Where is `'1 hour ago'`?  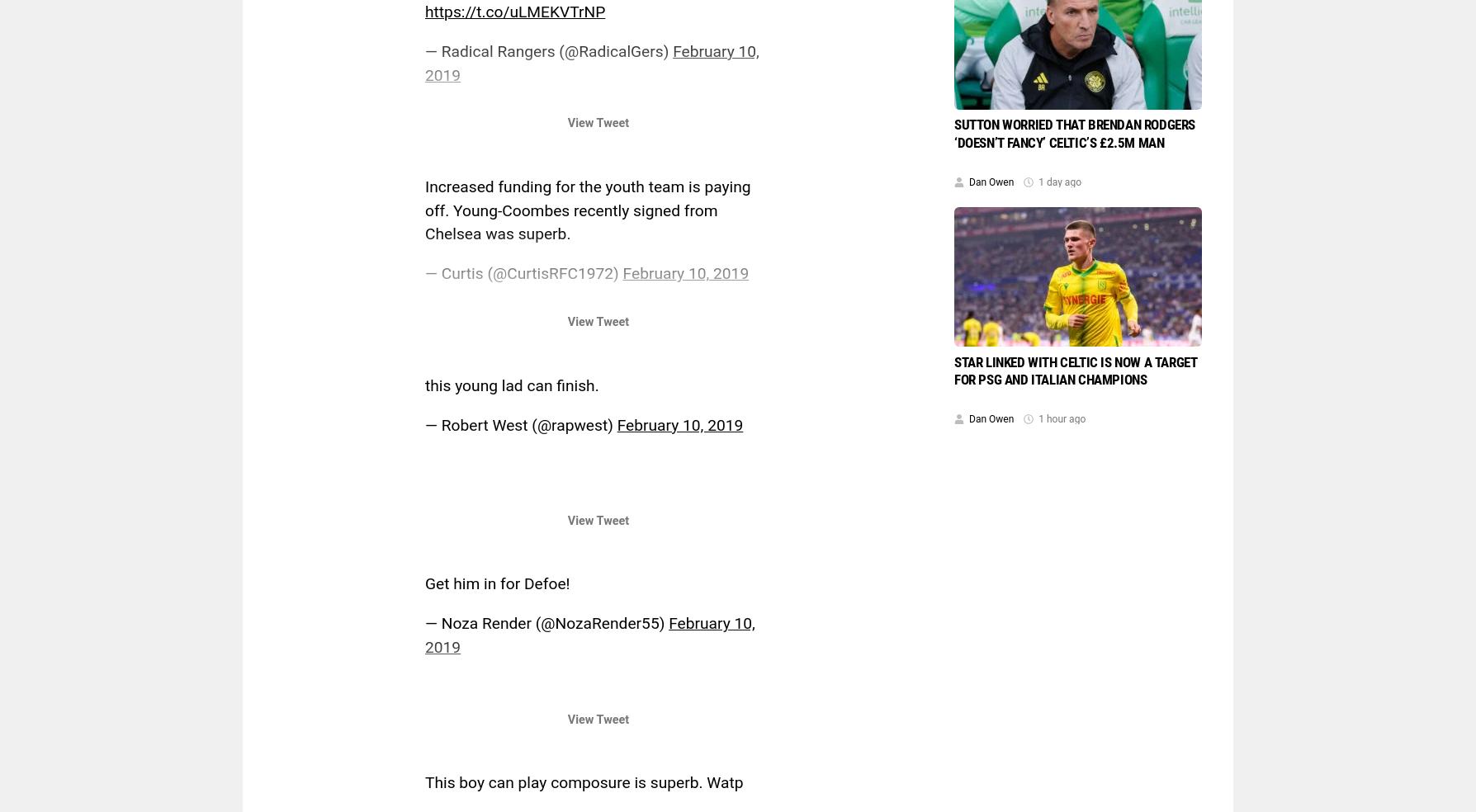
'1 hour ago' is located at coordinates (1061, 418).